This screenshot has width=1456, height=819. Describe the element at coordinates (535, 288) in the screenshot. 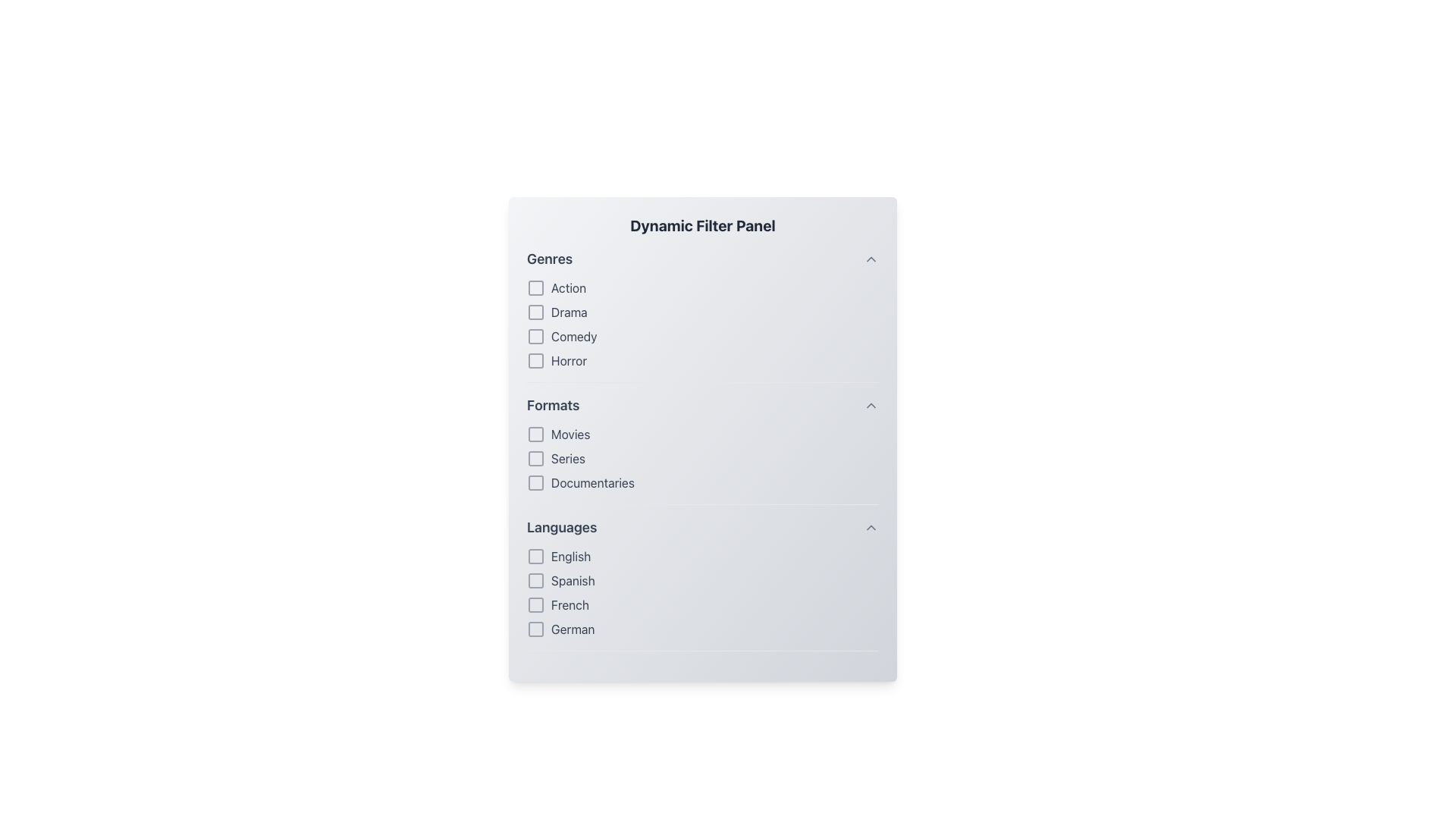

I see `the checkbox for the 'Action' genre located at the top of the list in the filter panel` at that location.